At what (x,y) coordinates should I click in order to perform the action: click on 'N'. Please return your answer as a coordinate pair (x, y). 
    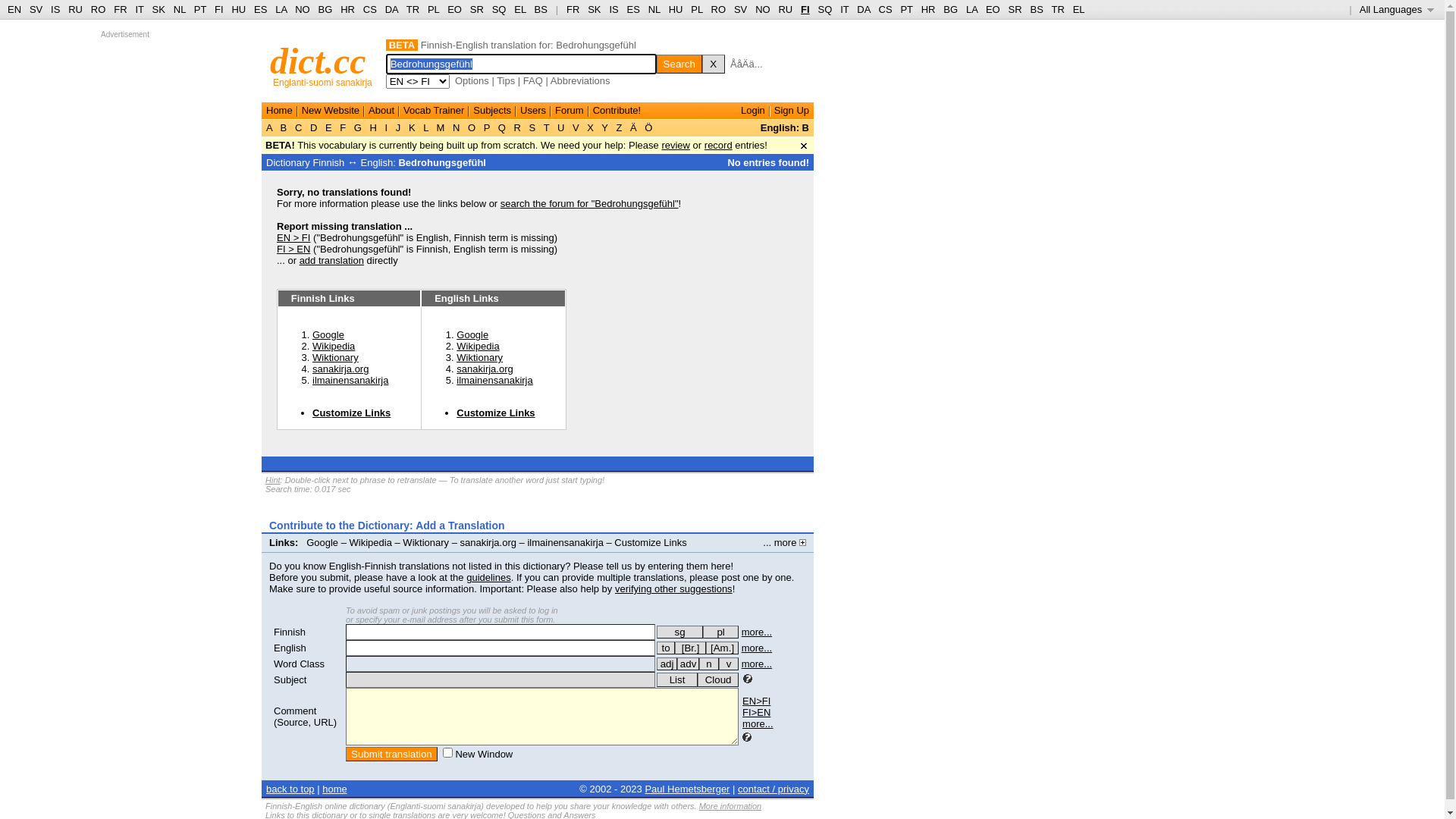
    Looking at the image, I should click on (449, 127).